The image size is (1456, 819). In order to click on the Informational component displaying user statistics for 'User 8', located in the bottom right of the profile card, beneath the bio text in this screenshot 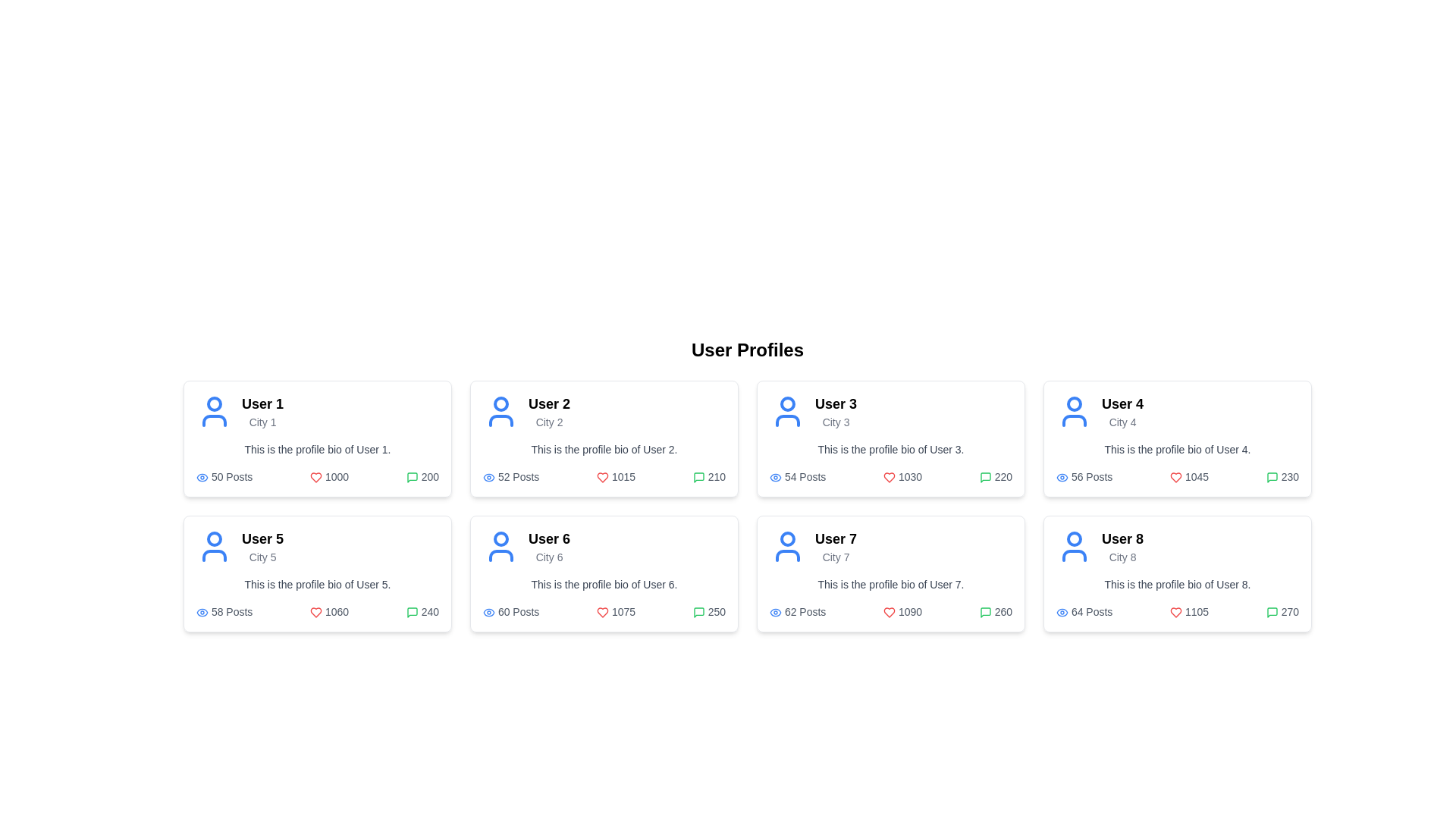, I will do `click(1177, 610)`.